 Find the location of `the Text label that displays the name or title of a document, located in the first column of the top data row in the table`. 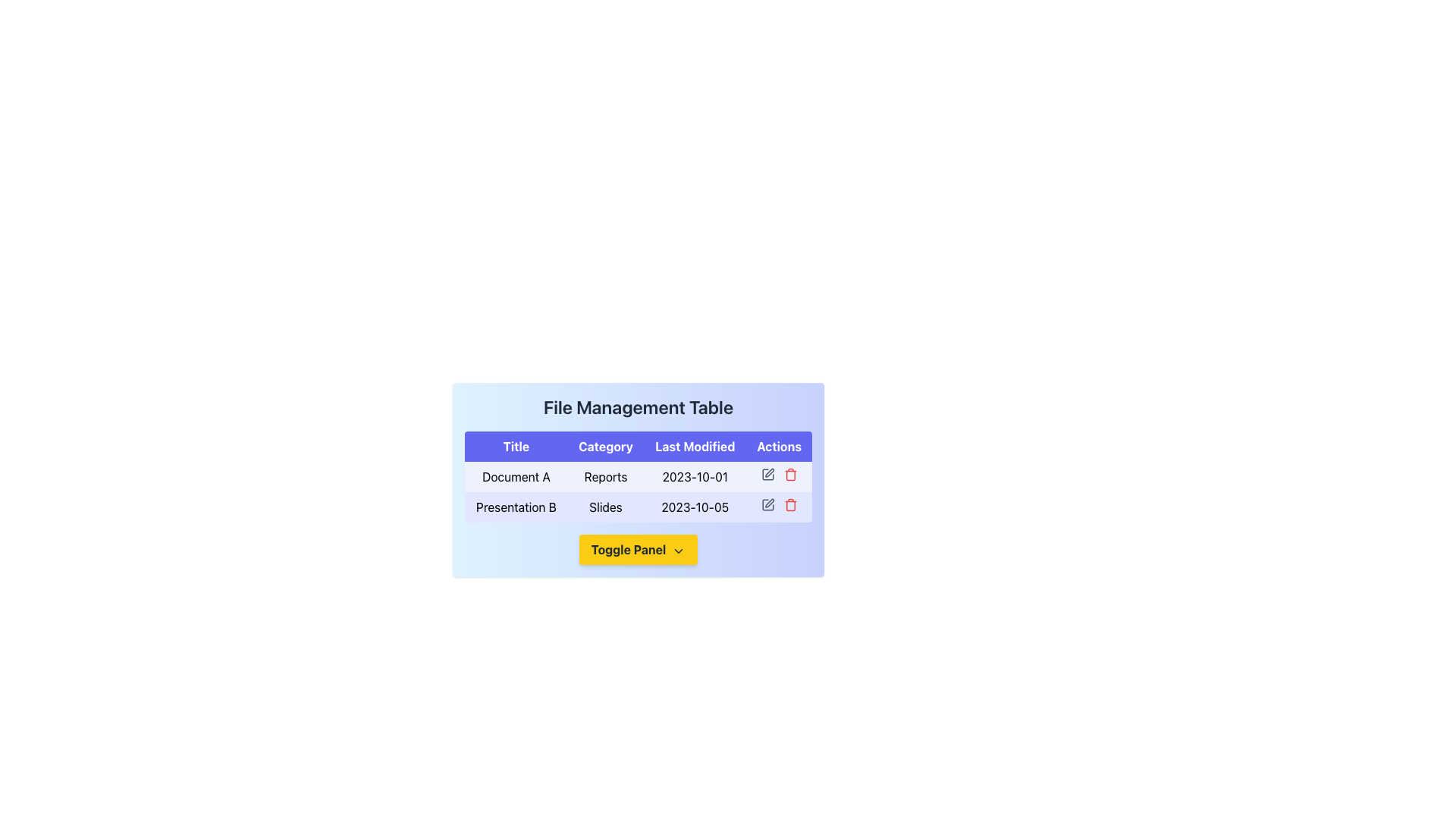

the Text label that displays the name or title of a document, located in the first column of the top data row in the table is located at coordinates (516, 475).